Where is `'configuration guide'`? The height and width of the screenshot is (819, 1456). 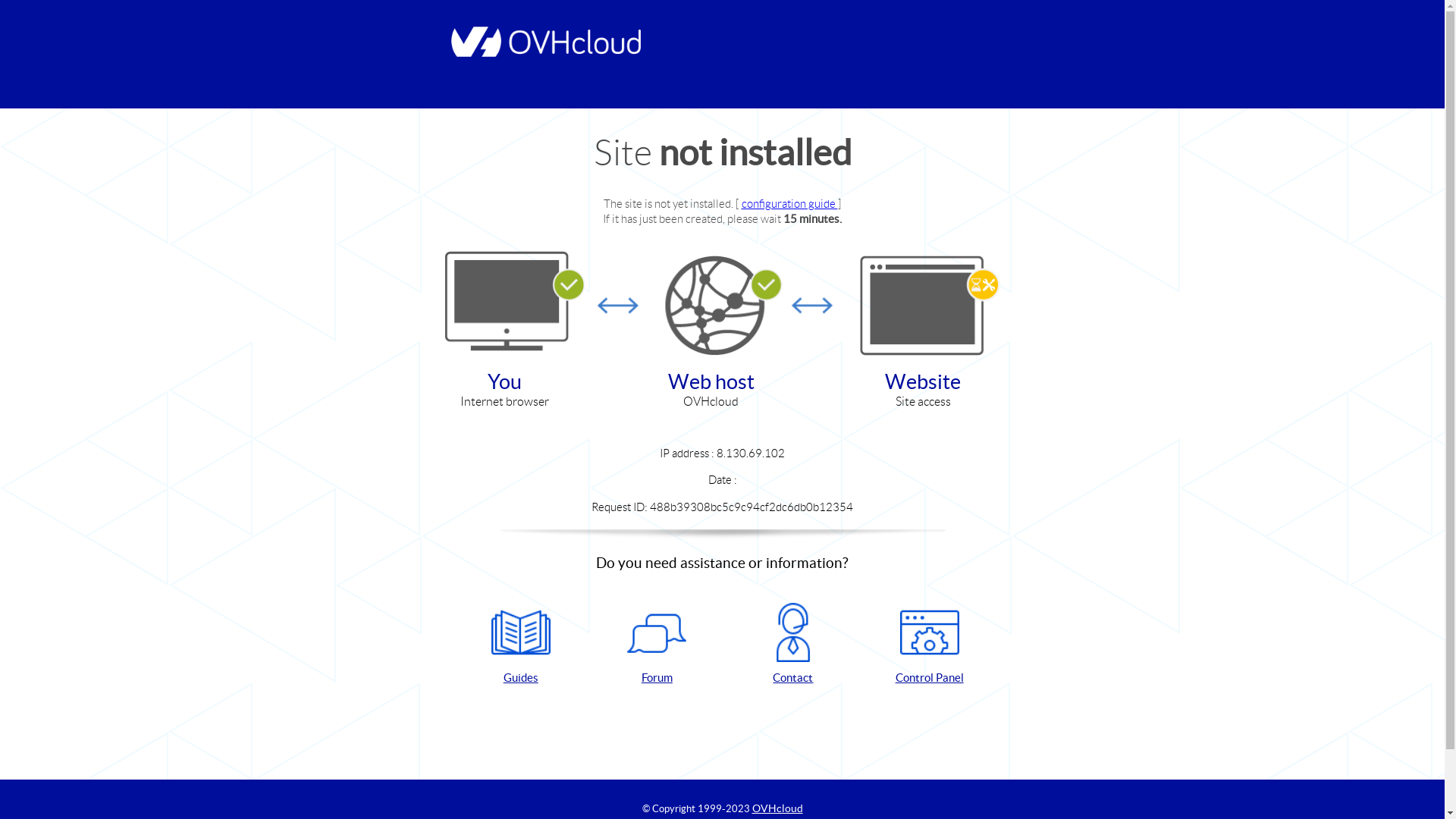 'configuration guide' is located at coordinates (789, 202).